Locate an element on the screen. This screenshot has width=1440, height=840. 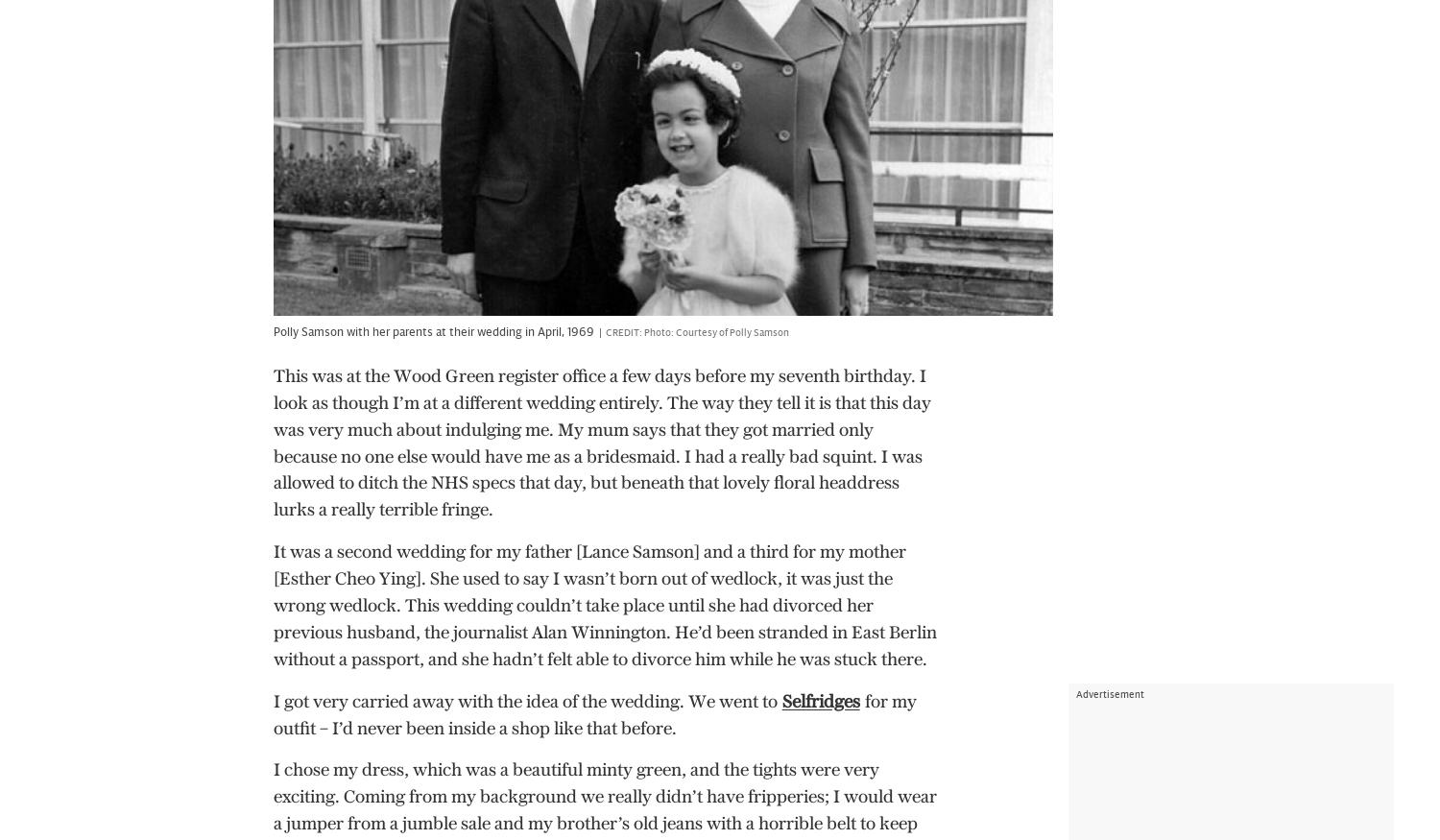
'Wine Cellar' is located at coordinates (75, 703).